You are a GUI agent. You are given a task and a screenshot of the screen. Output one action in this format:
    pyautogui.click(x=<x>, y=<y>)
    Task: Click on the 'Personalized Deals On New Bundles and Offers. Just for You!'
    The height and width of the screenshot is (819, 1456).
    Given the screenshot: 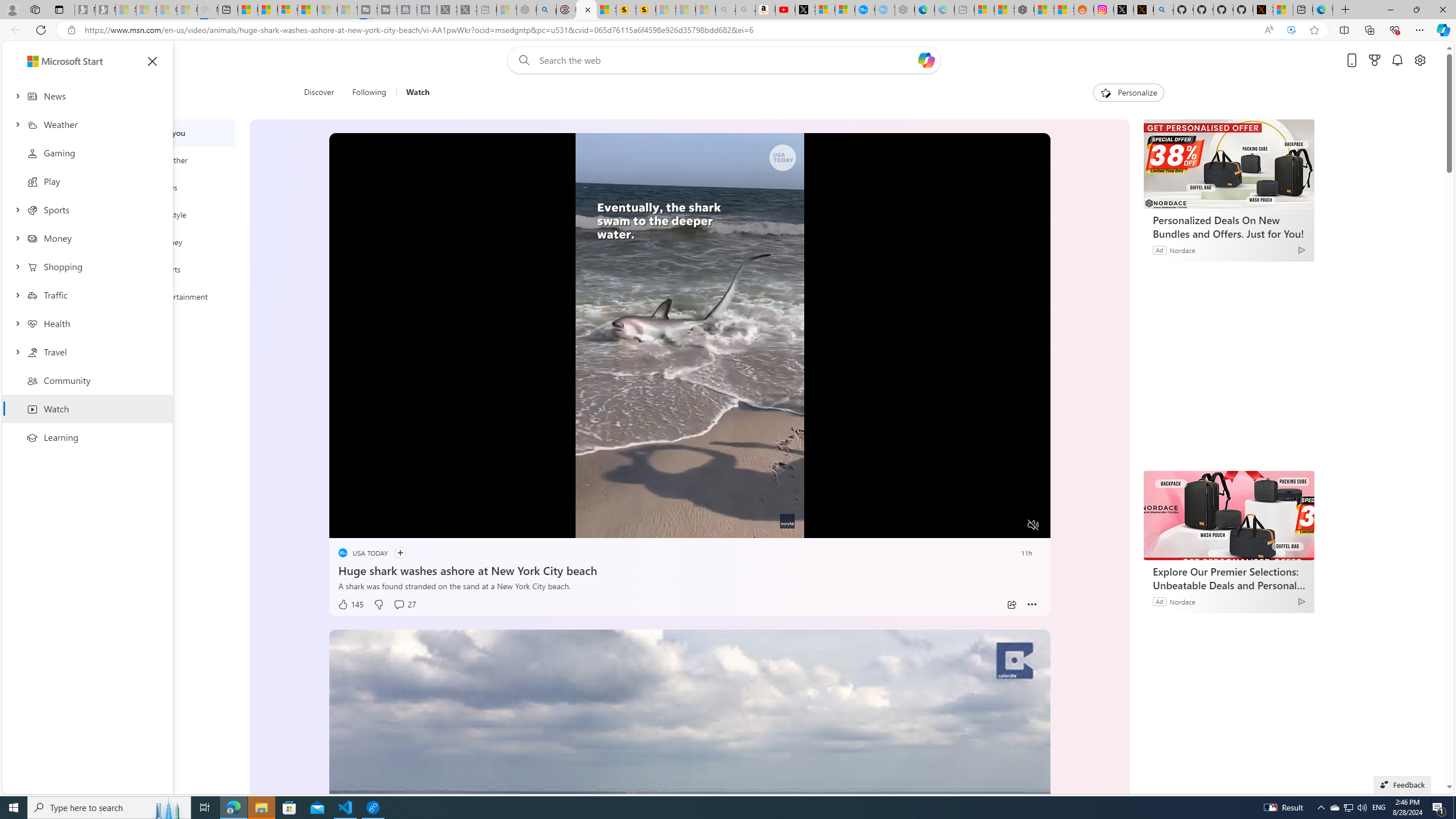 What is the action you would take?
    pyautogui.click(x=1228, y=163)
    